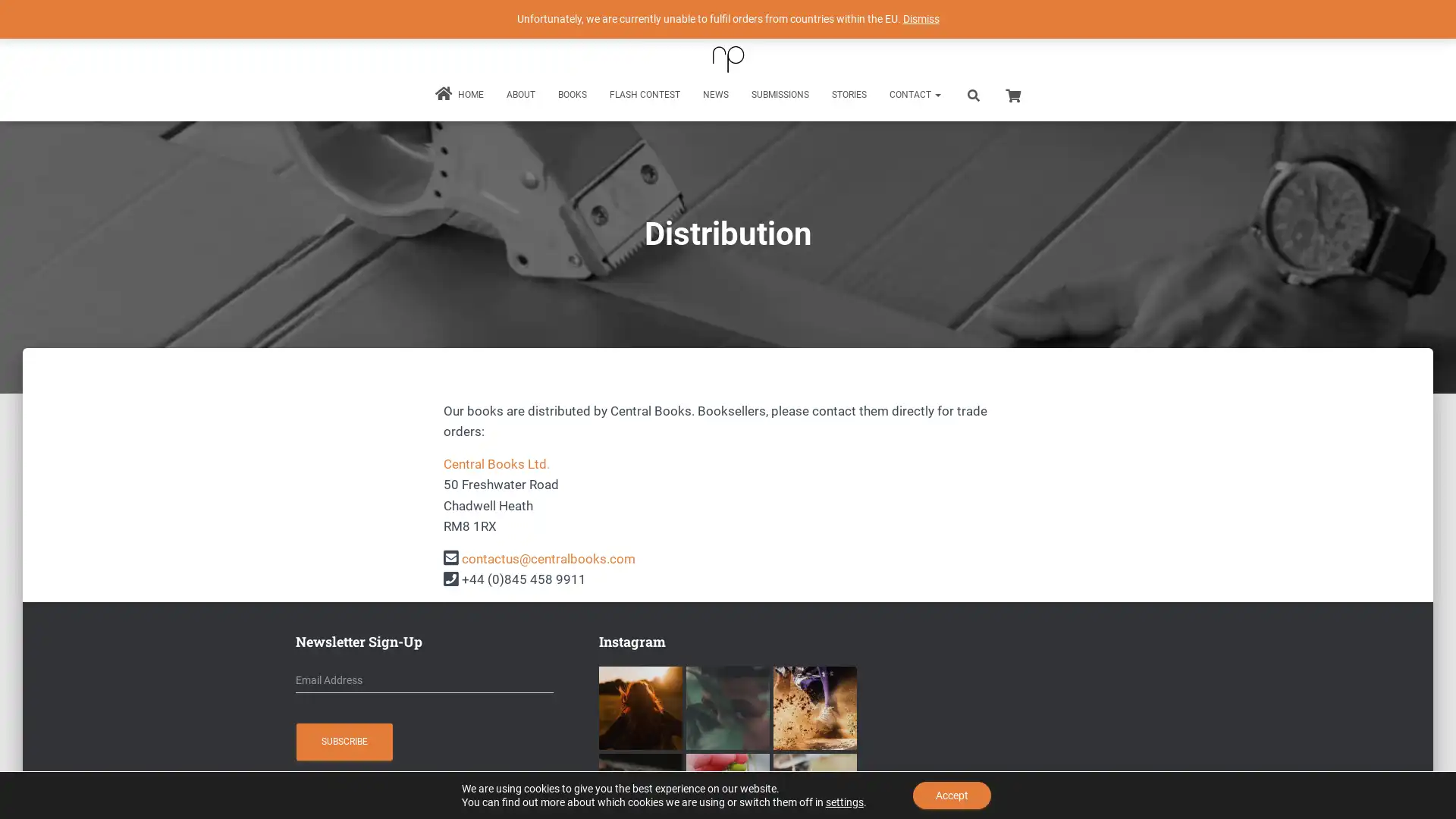  Describe the element at coordinates (951, 795) in the screenshot. I see `Accept` at that location.